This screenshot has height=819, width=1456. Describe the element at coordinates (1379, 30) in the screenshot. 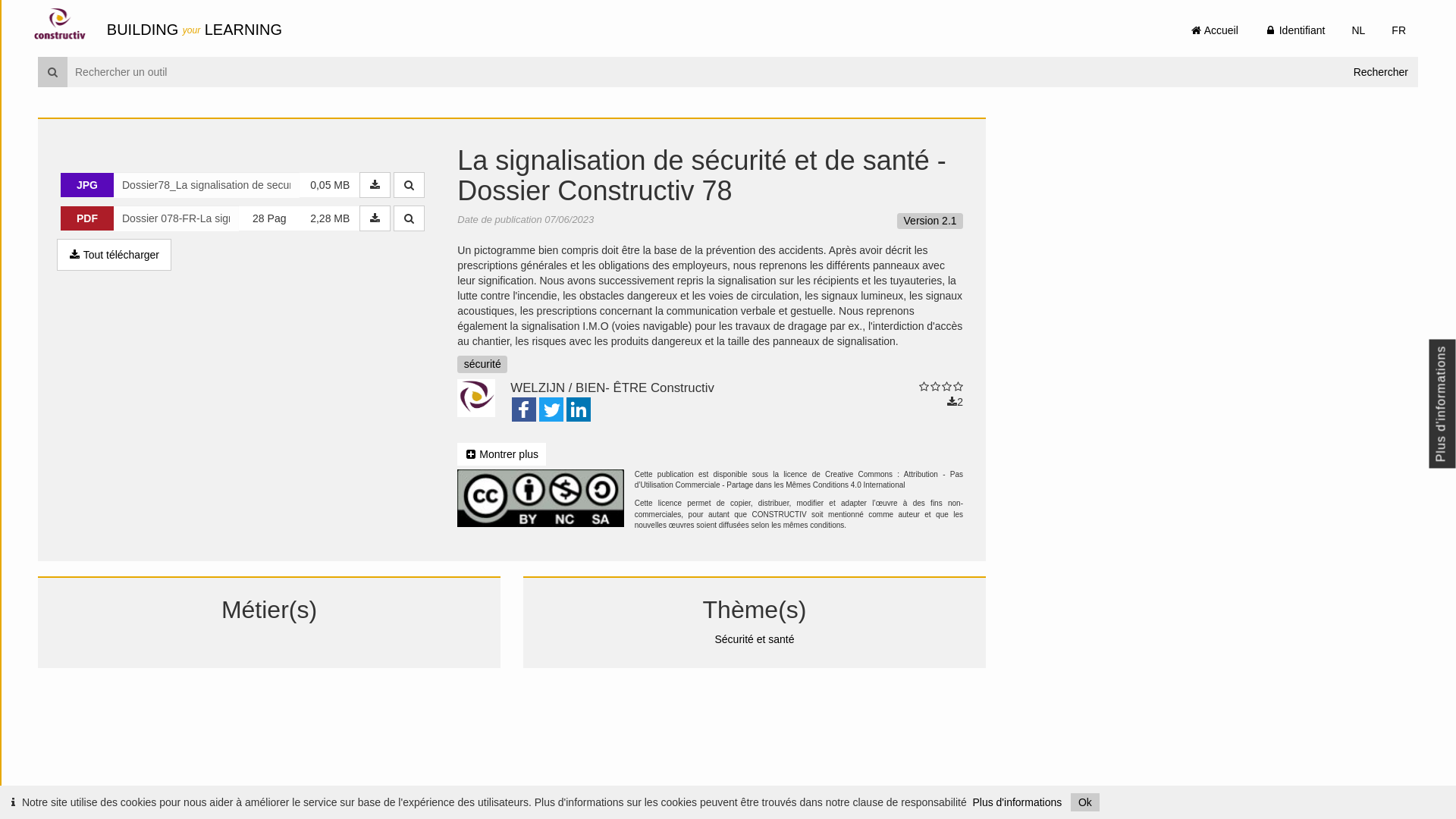

I see `'FR'` at that location.